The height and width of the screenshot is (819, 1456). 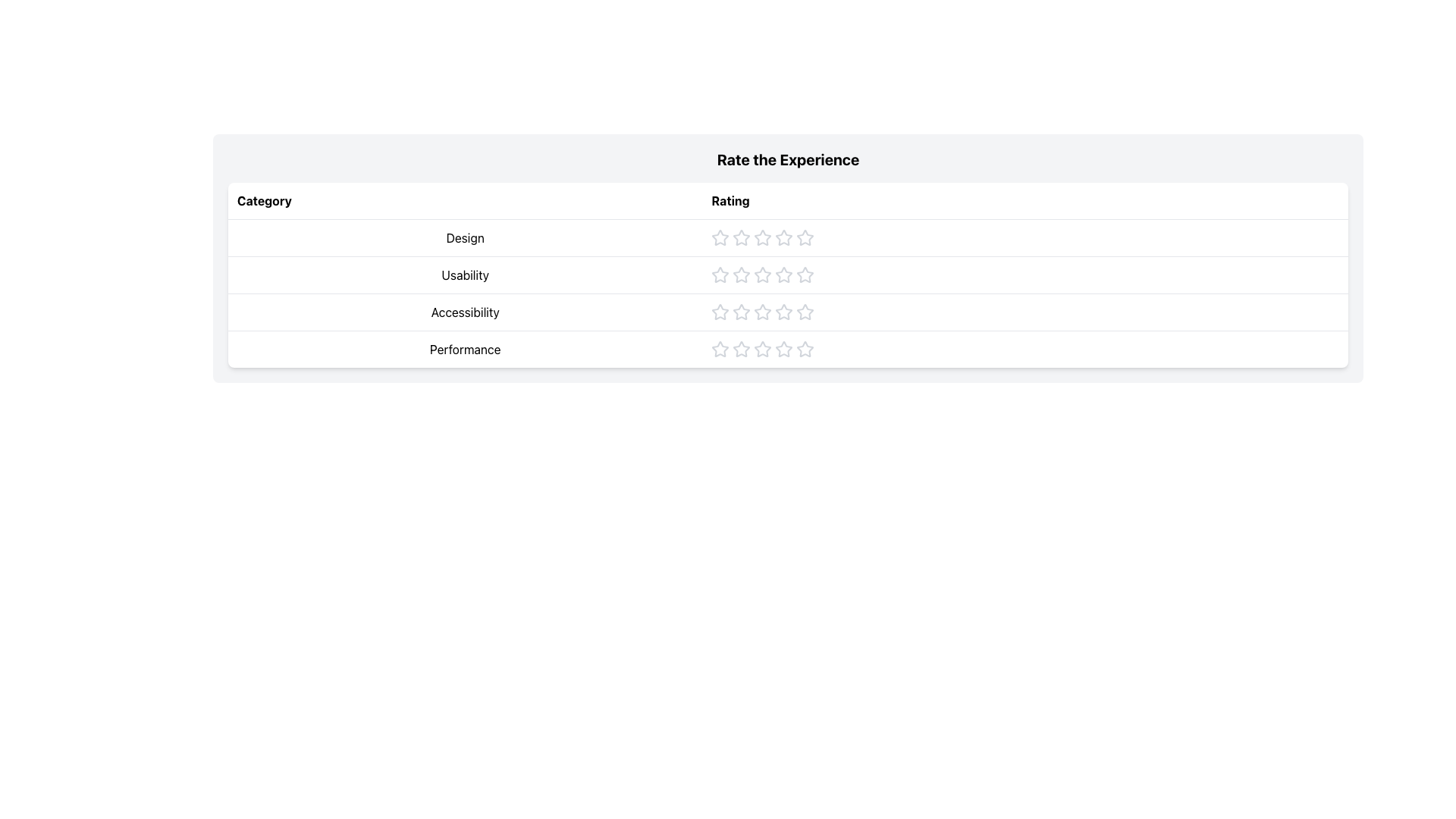 What do you see at coordinates (464, 312) in the screenshot?
I see `the text label reading 'Accessibility' located in the third row of the 'Category' column in the table layout` at bounding box center [464, 312].